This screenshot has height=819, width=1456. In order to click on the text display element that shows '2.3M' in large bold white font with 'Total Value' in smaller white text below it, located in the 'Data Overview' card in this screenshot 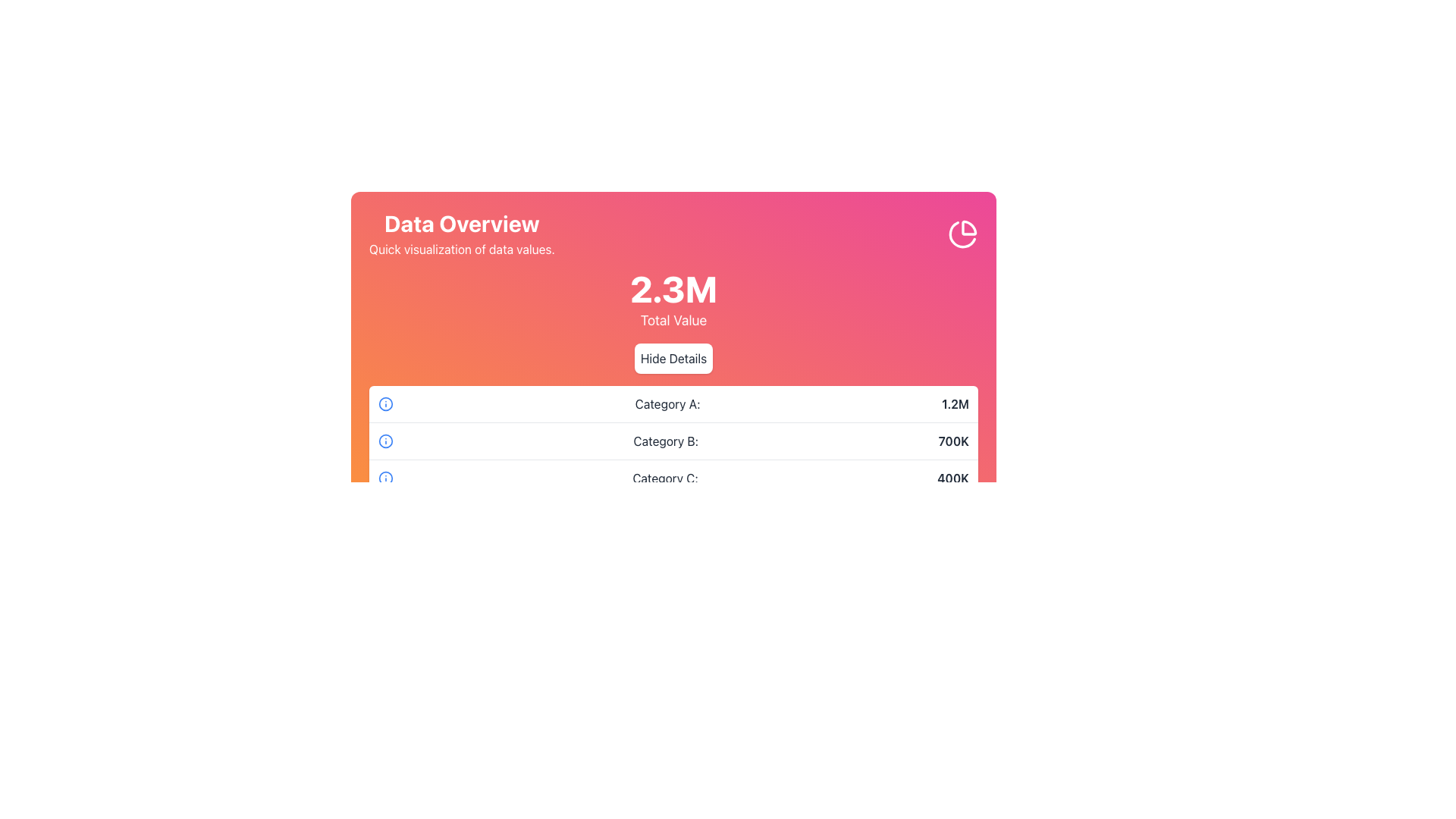, I will do `click(673, 301)`.